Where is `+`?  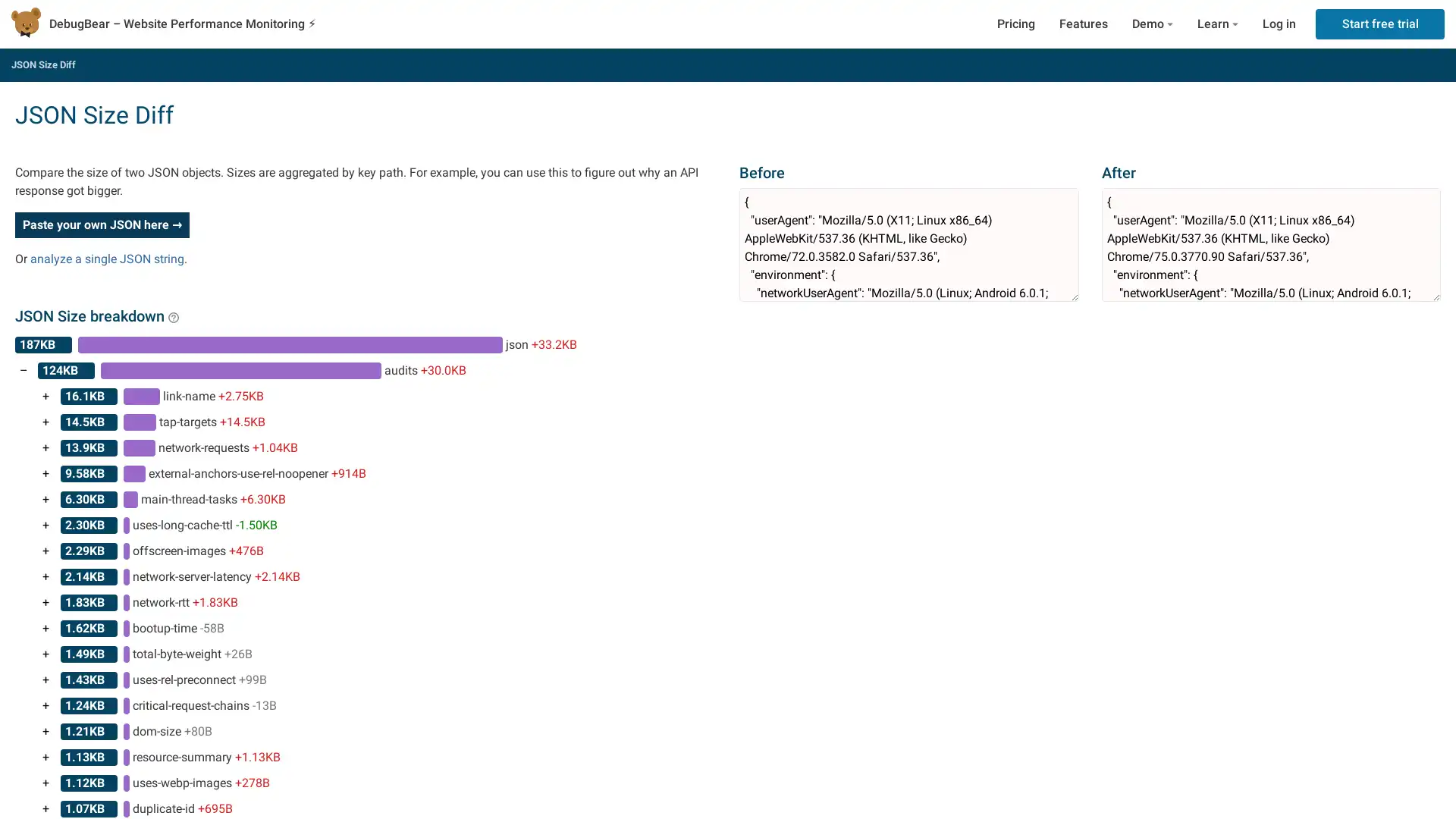 + is located at coordinates (45, 472).